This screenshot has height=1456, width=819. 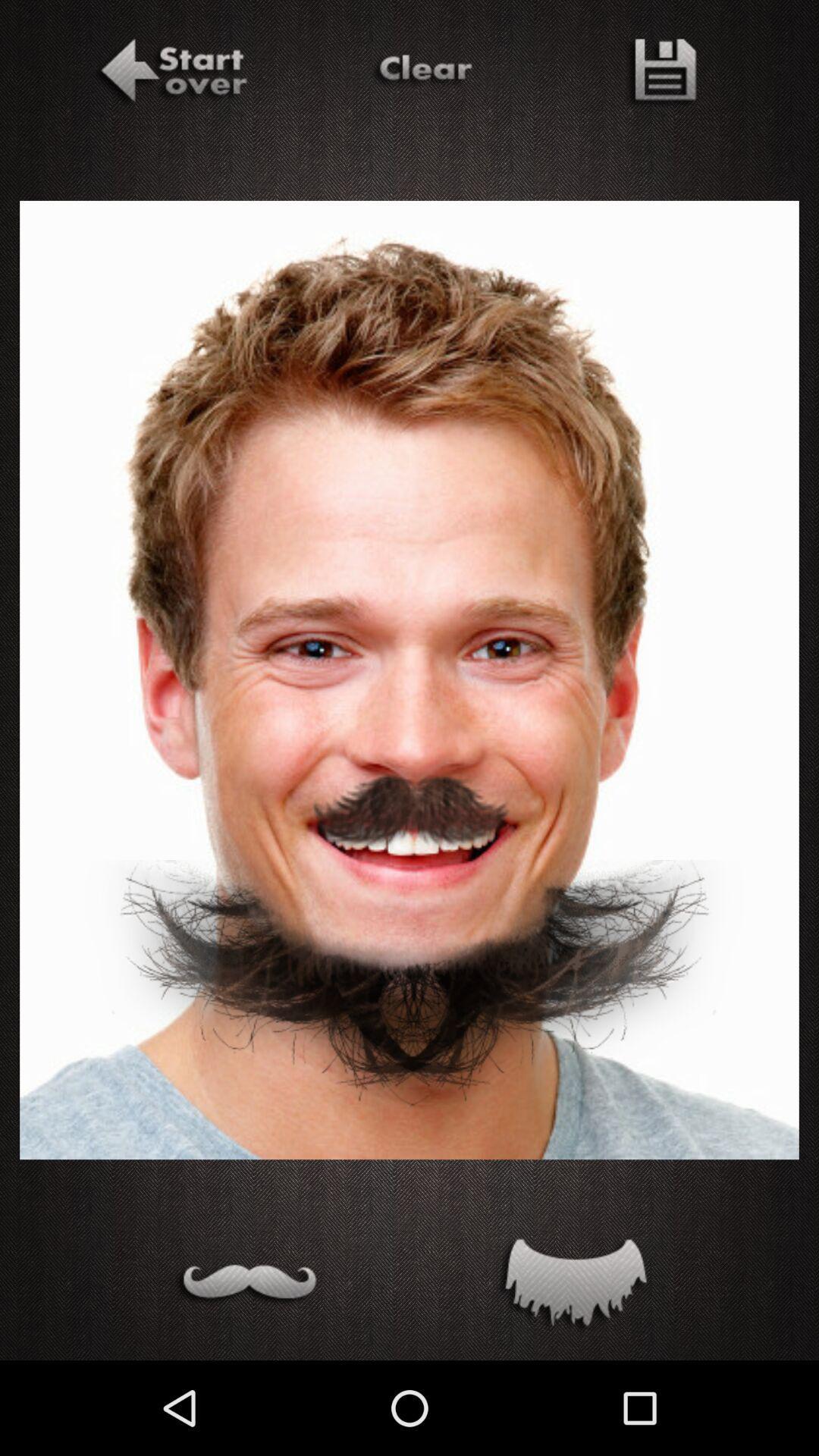 What do you see at coordinates (422, 73) in the screenshot?
I see `clear mustache and beard` at bounding box center [422, 73].